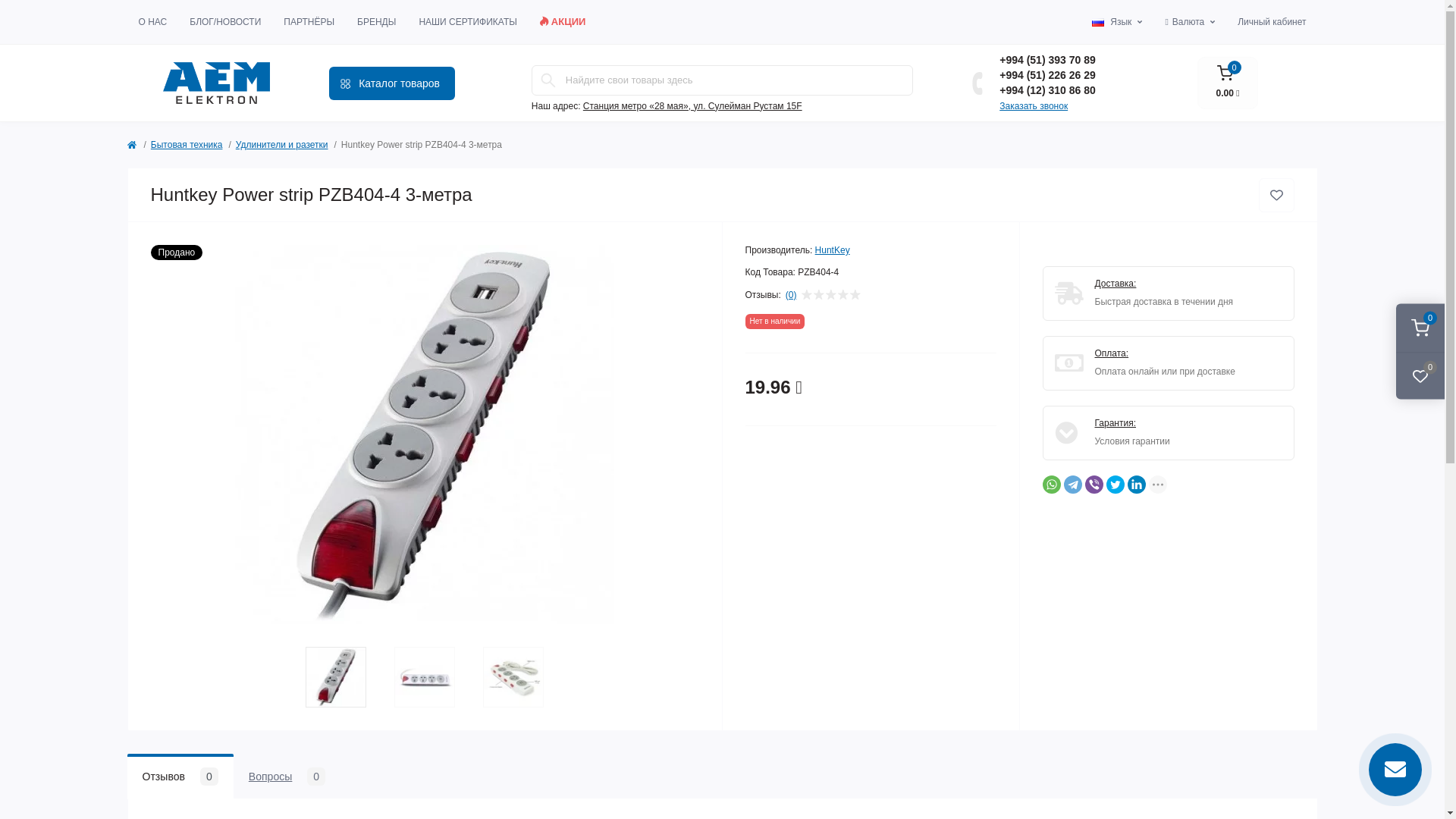  What do you see at coordinates (1084, 485) in the screenshot?
I see `'Viber'` at bounding box center [1084, 485].